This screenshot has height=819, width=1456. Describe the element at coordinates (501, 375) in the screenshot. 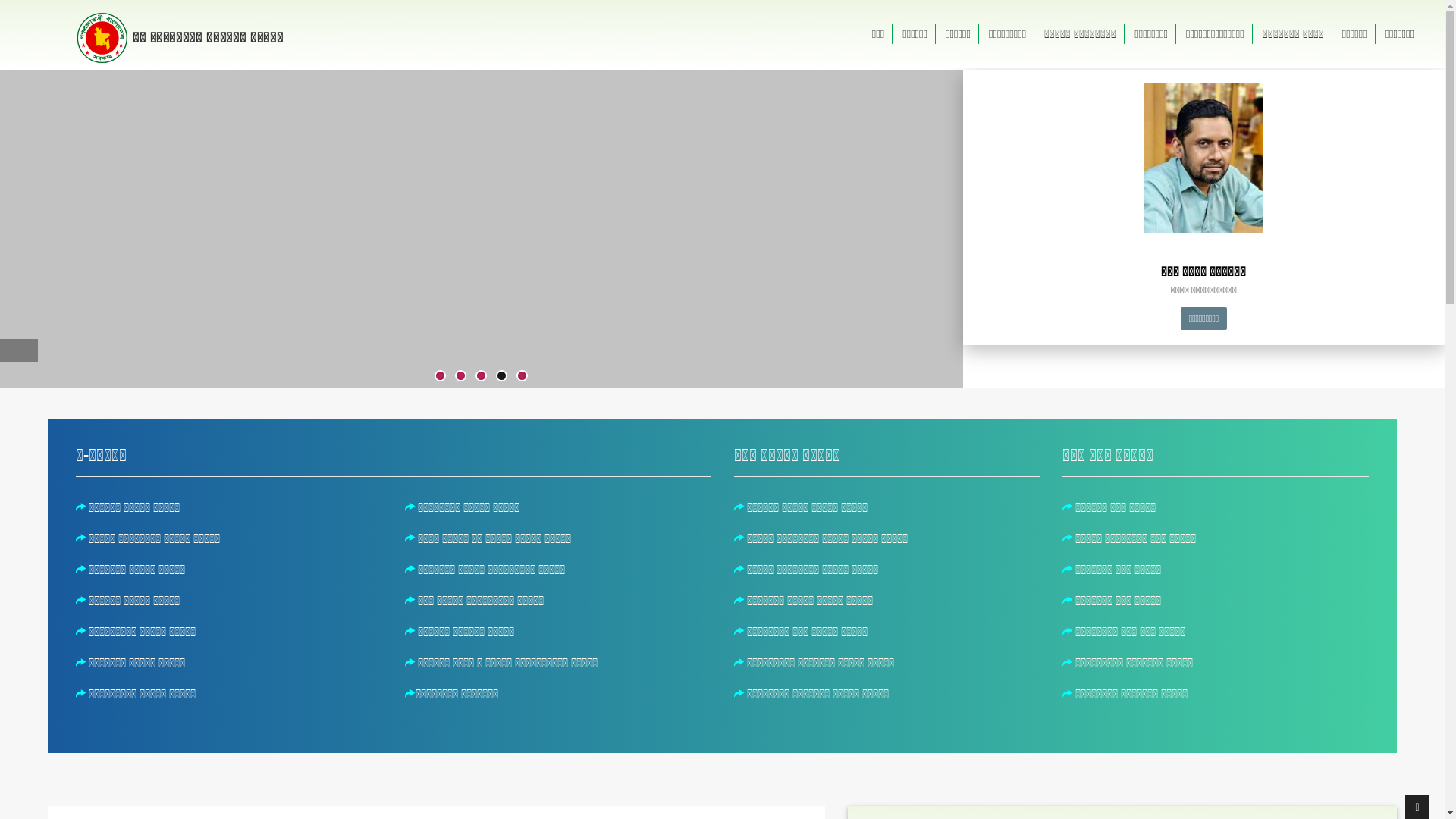

I see `'4'` at that location.